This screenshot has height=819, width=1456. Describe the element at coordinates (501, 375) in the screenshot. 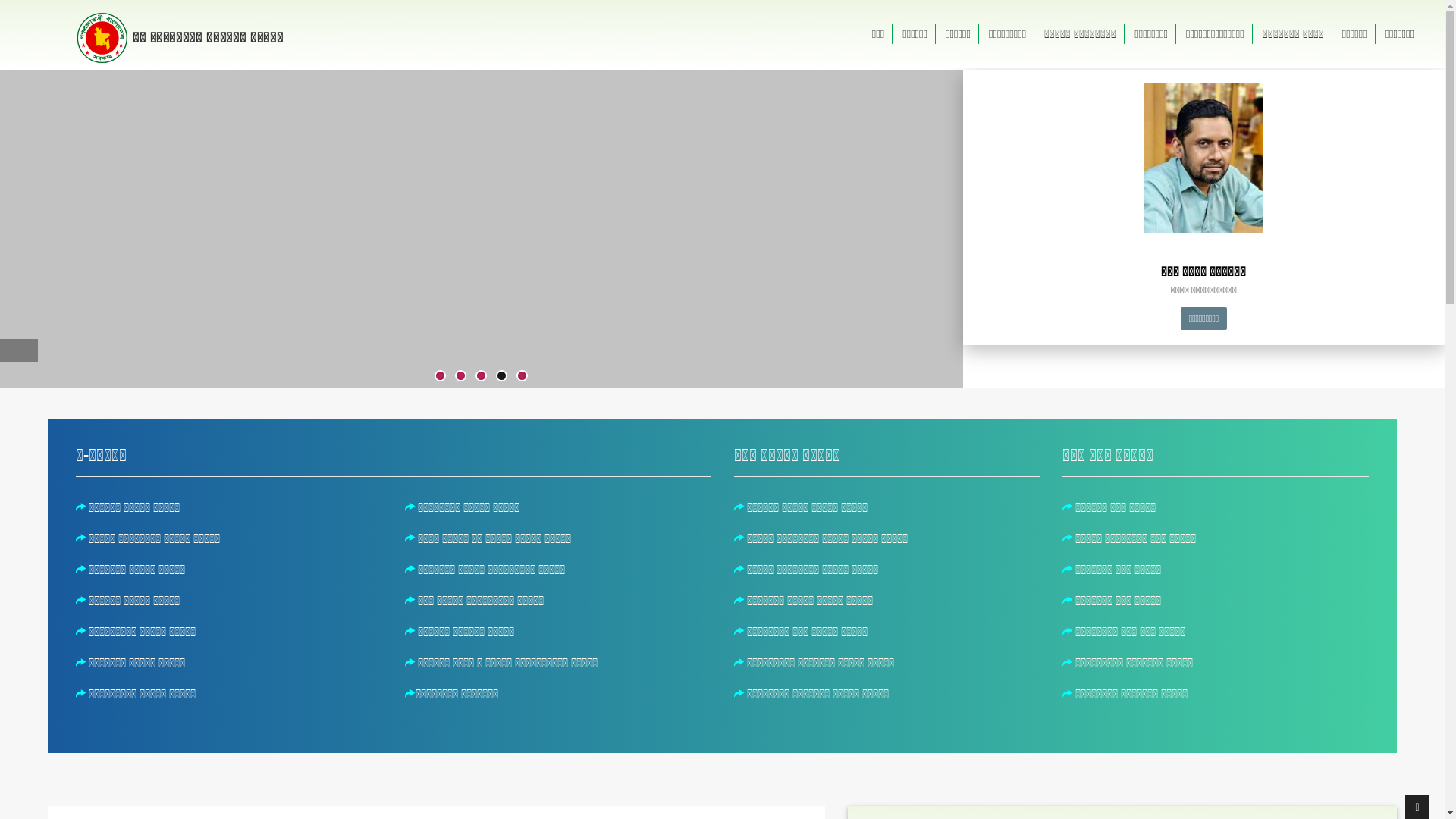

I see `'4'` at that location.